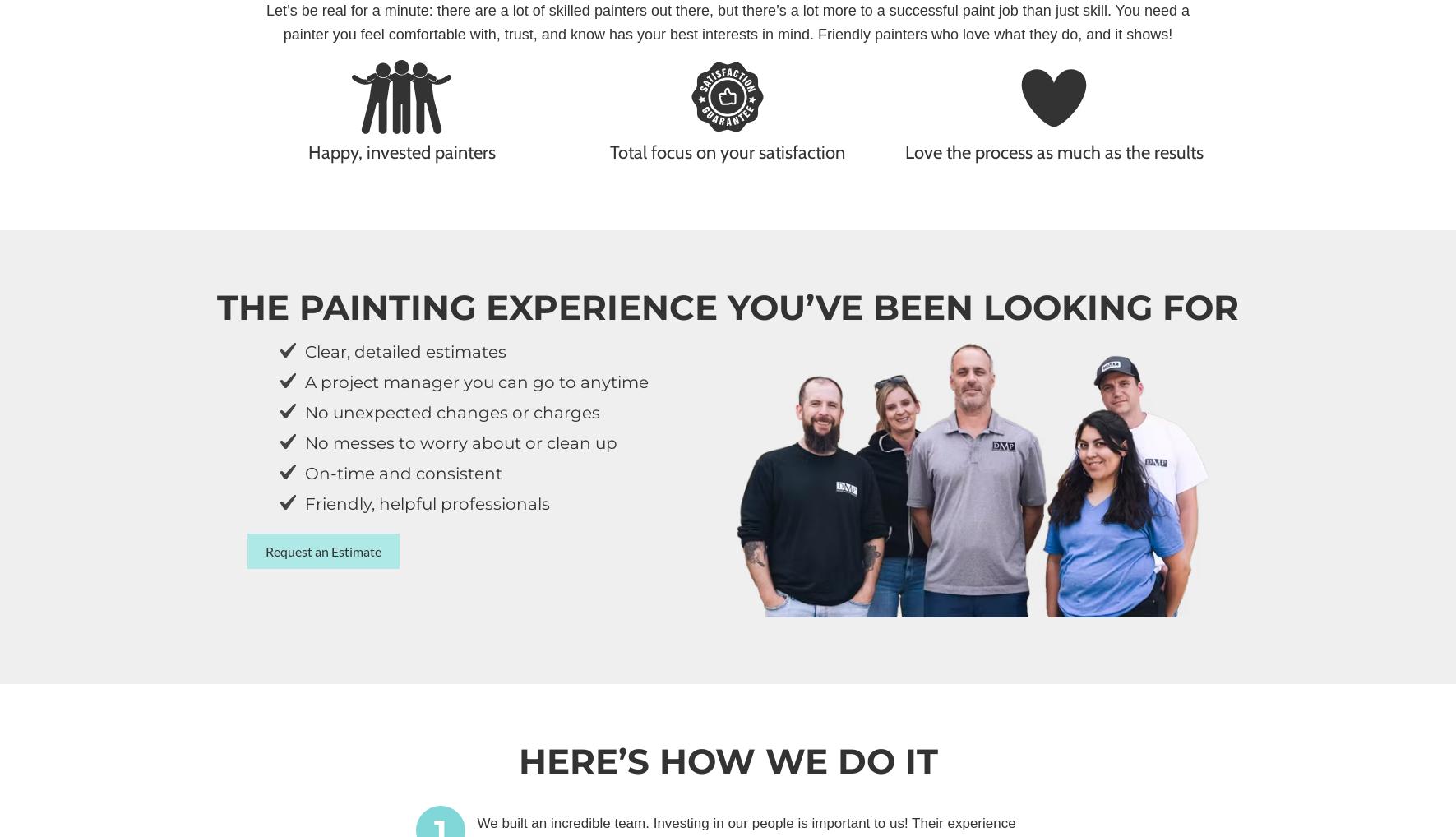 Image resolution: width=1456 pixels, height=837 pixels. Describe the element at coordinates (727, 308) in the screenshot. I see `'The painting experience you’ve been looking for'` at that location.